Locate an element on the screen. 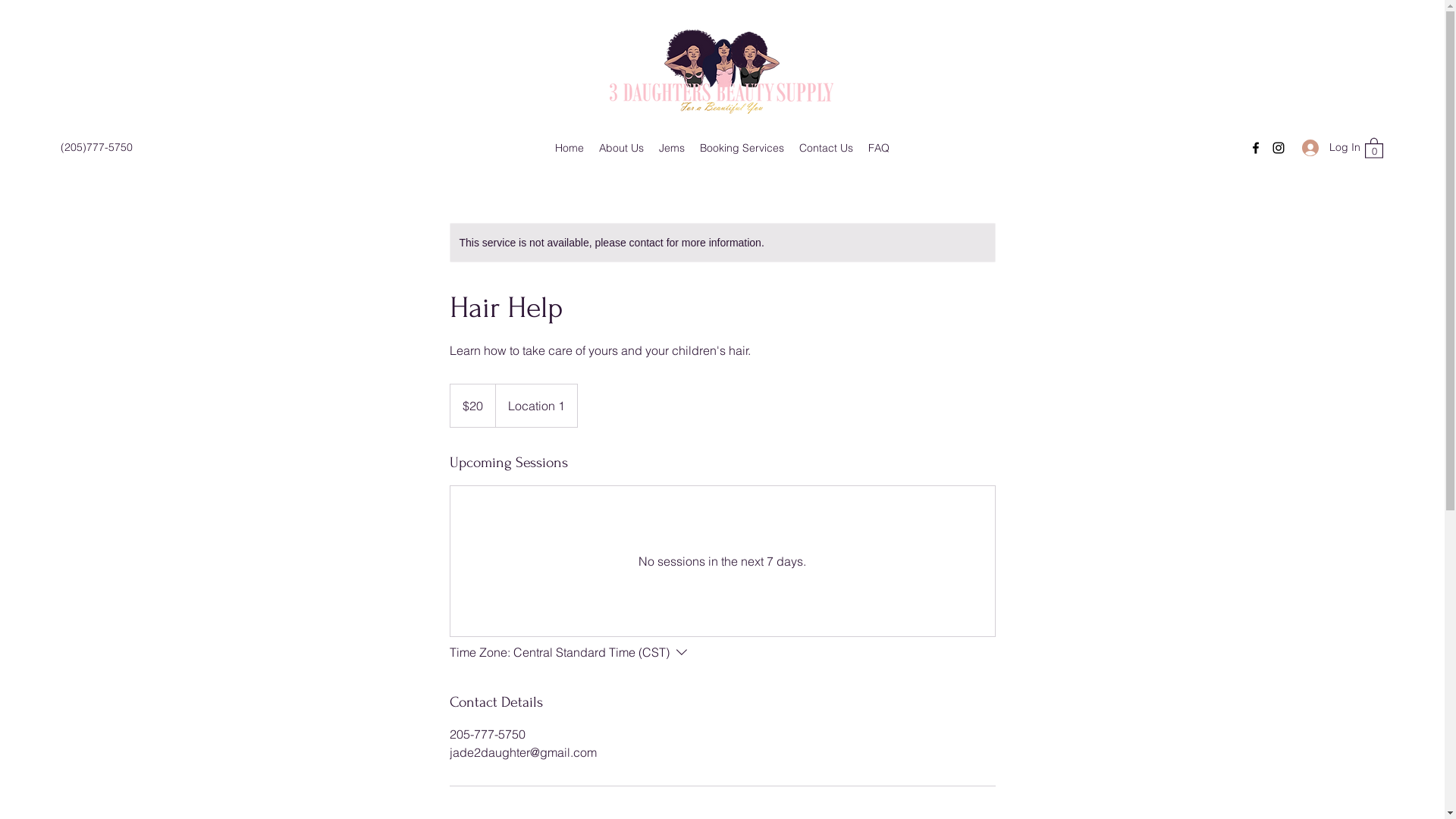  'About Us' is located at coordinates (621, 148).